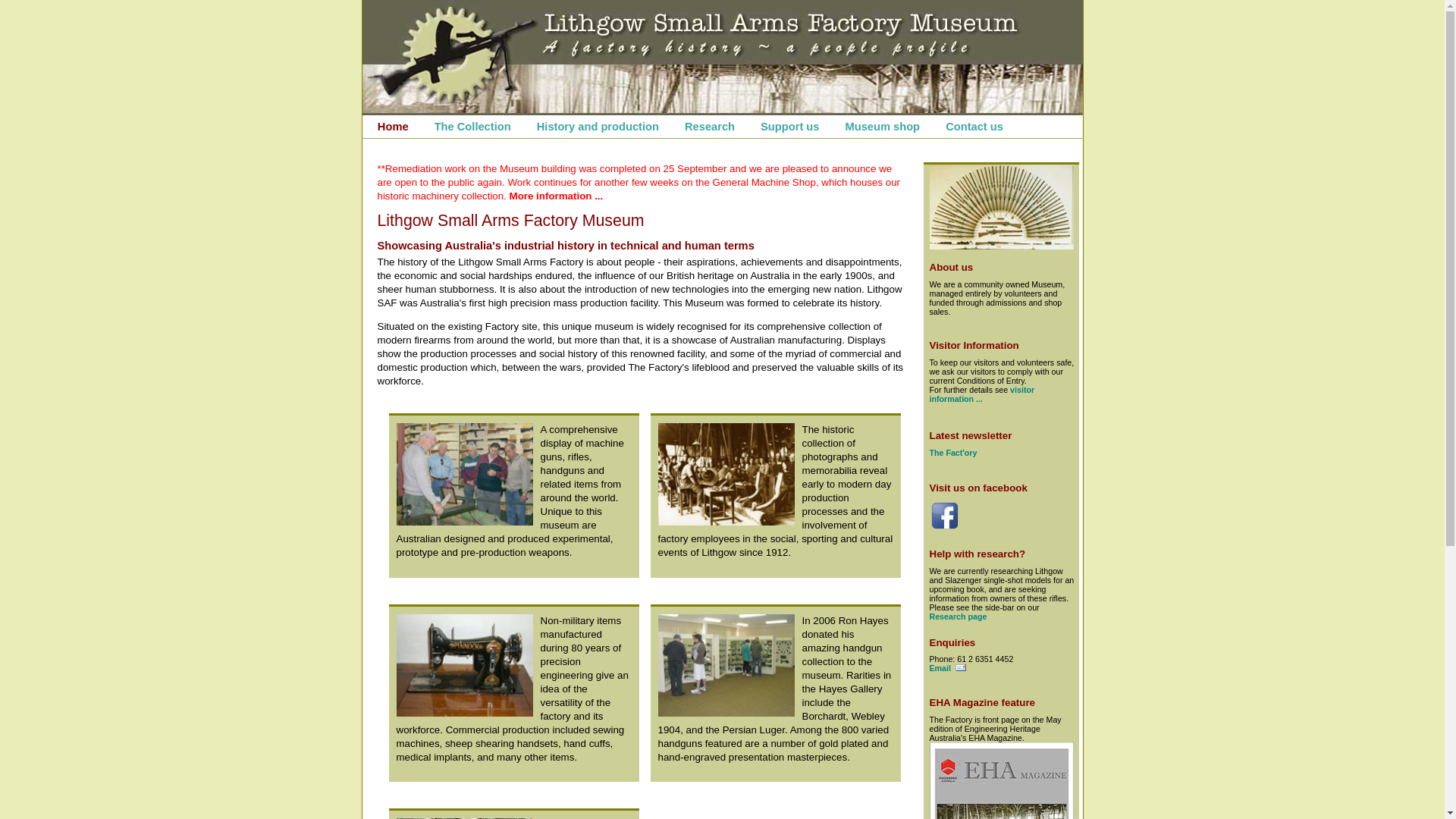 This screenshot has height=819, width=1456. I want to click on 'visitor information ...', so click(928, 394).